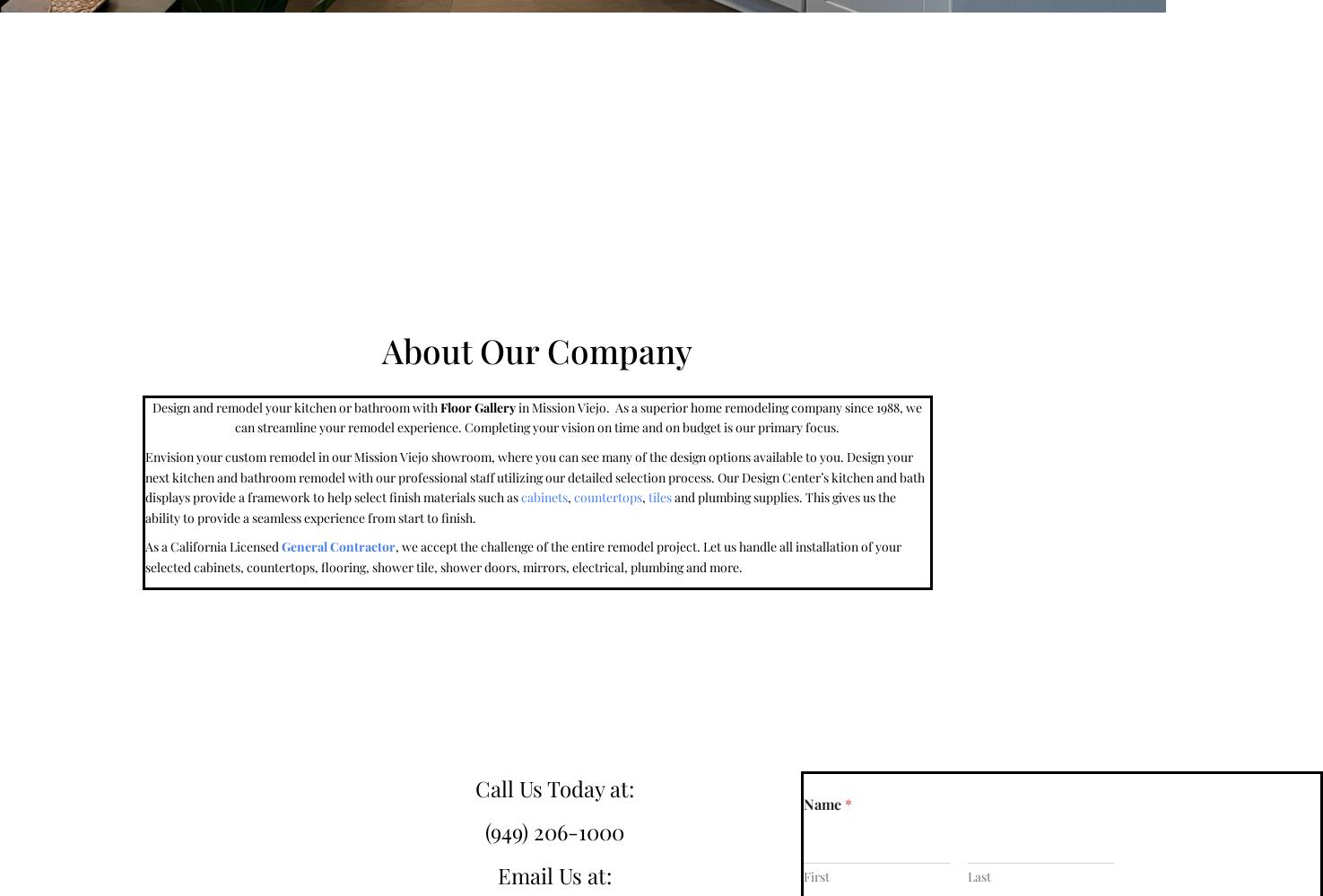 The image size is (1323, 896). What do you see at coordinates (553, 831) in the screenshot?
I see `'(949) 206-1000'` at bounding box center [553, 831].